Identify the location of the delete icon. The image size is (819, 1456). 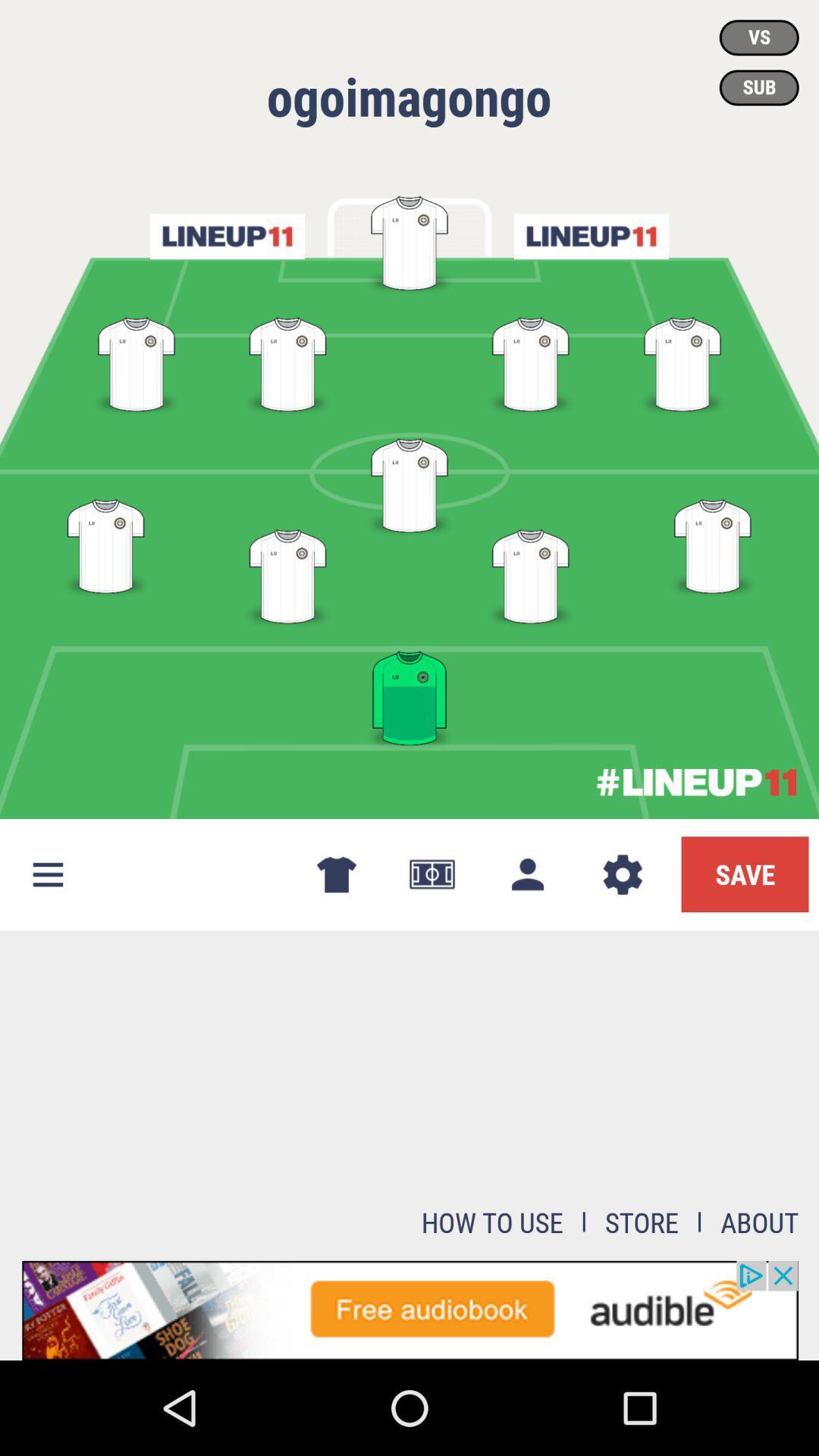
(335, 874).